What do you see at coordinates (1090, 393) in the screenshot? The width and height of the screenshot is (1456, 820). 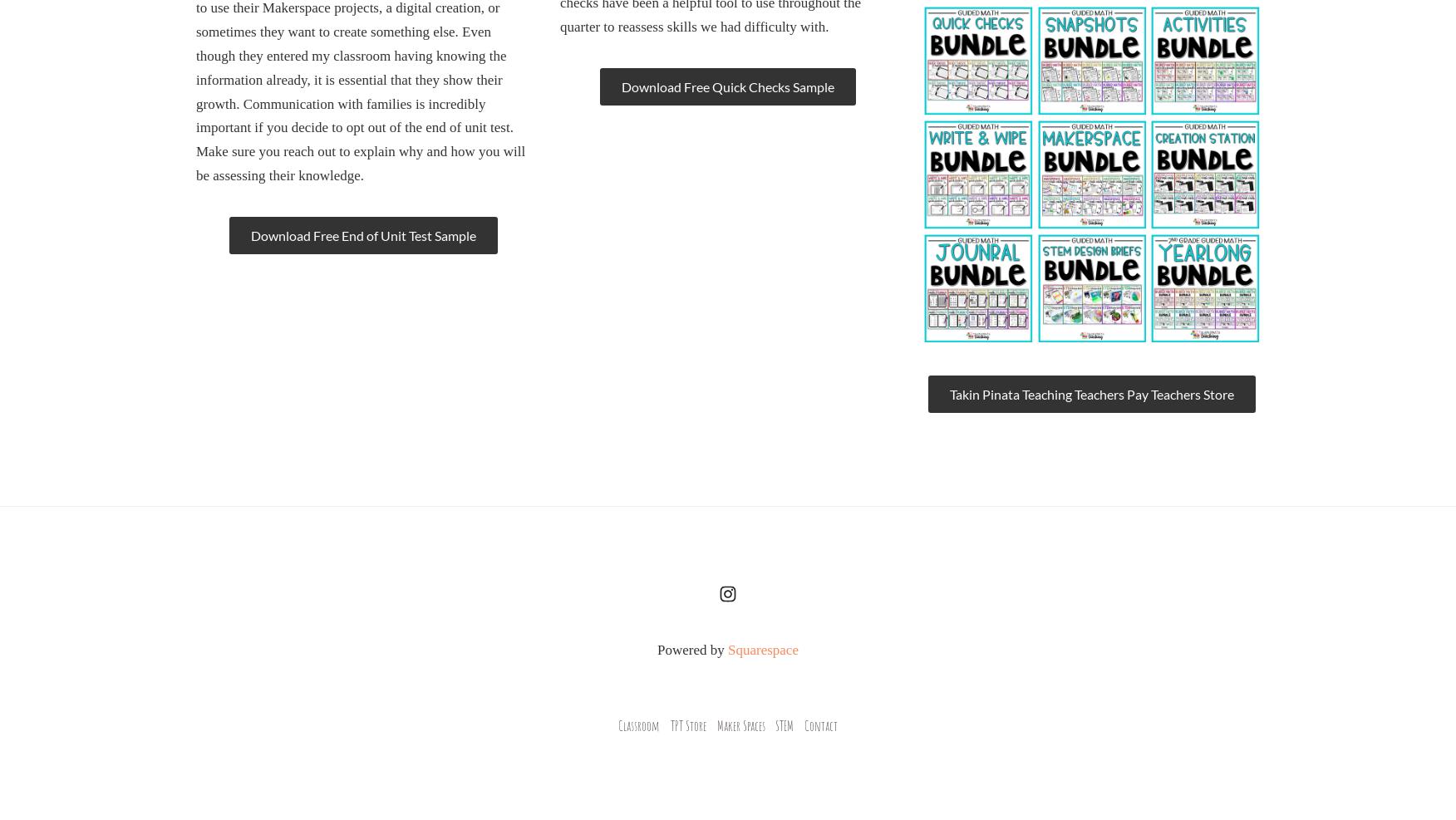 I see `'Takin Pinata Teaching Teachers Pay Teachers Store'` at bounding box center [1090, 393].